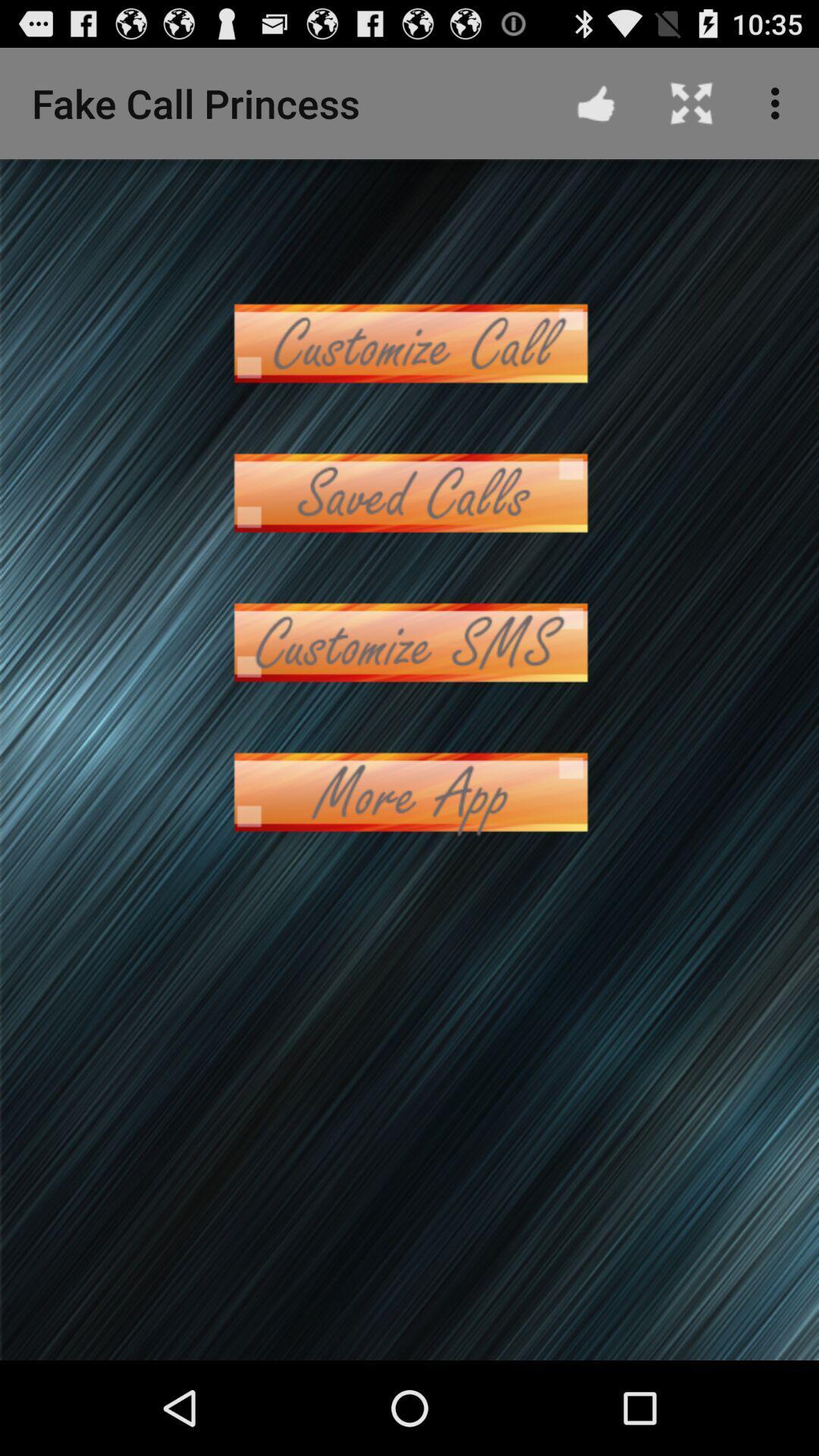  What do you see at coordinates (409, 642) in the screenshot?
I see `sms patturn` at bounding box center [409, 642].